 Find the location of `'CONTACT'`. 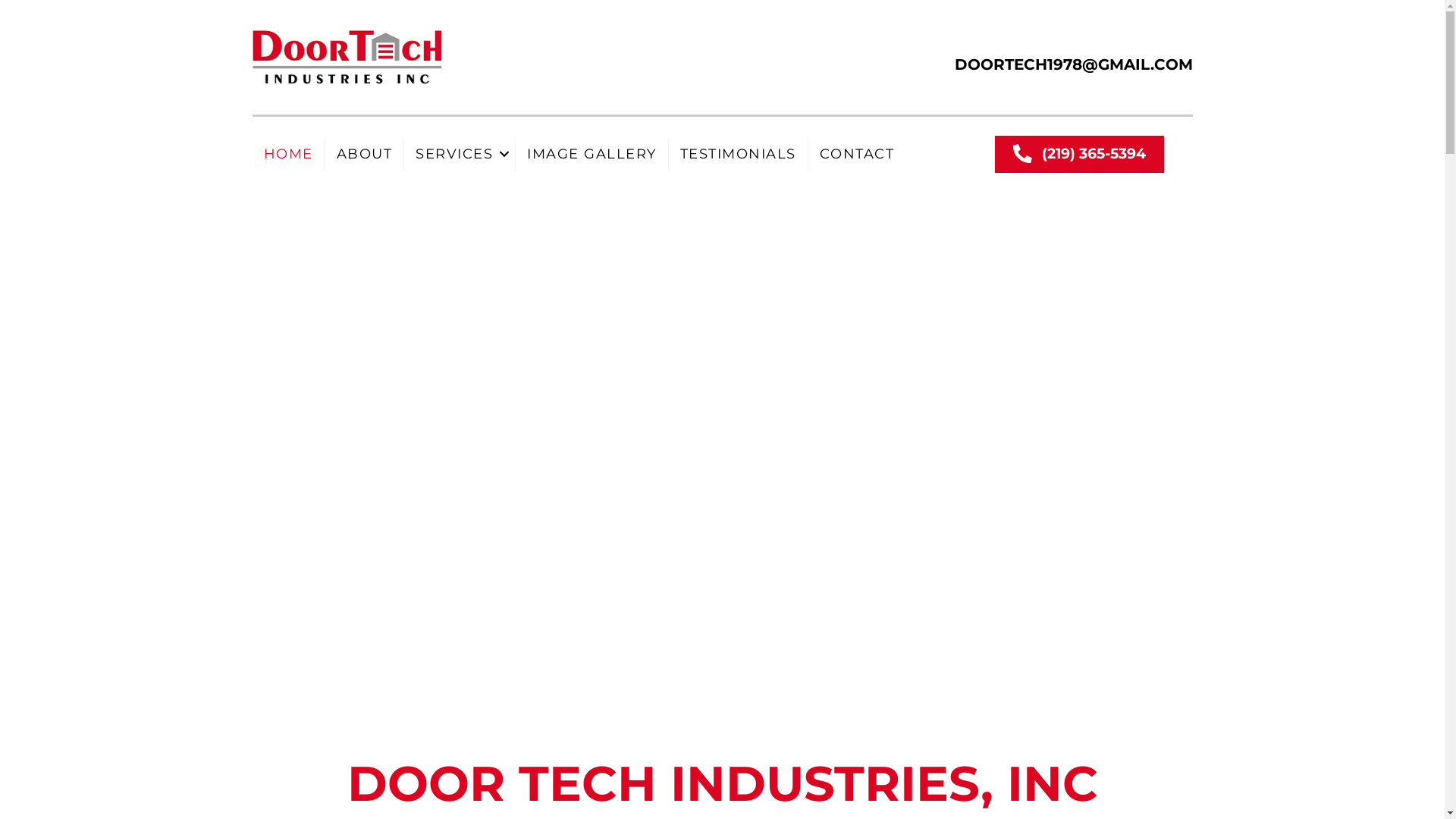

'CONTACT' is located at coordinates (857, 154).